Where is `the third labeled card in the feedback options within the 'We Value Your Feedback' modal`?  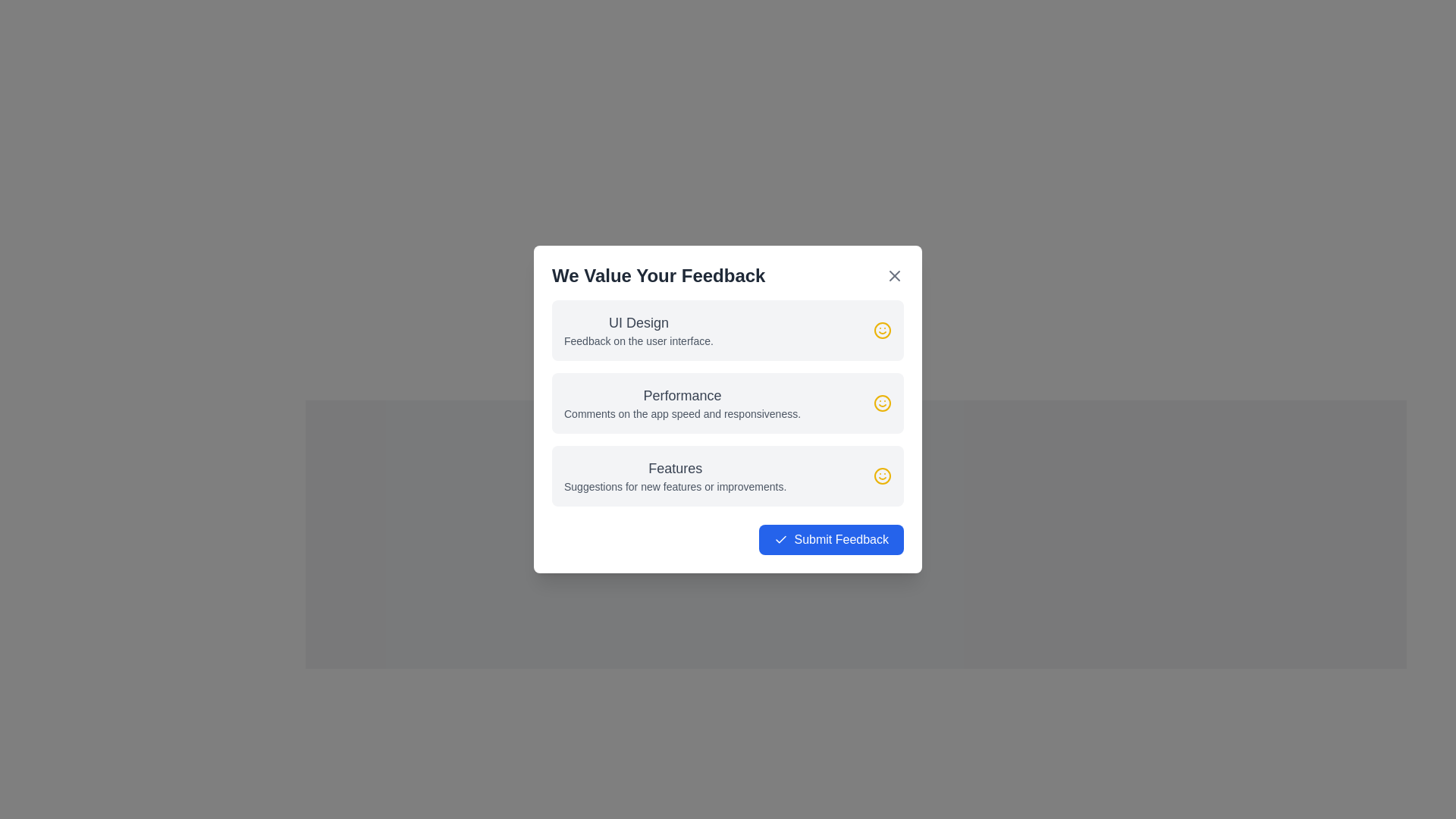
the third labeled card in the feedback options within the 'We Value Your Feedback' modal is located at coordinates (674, 475).